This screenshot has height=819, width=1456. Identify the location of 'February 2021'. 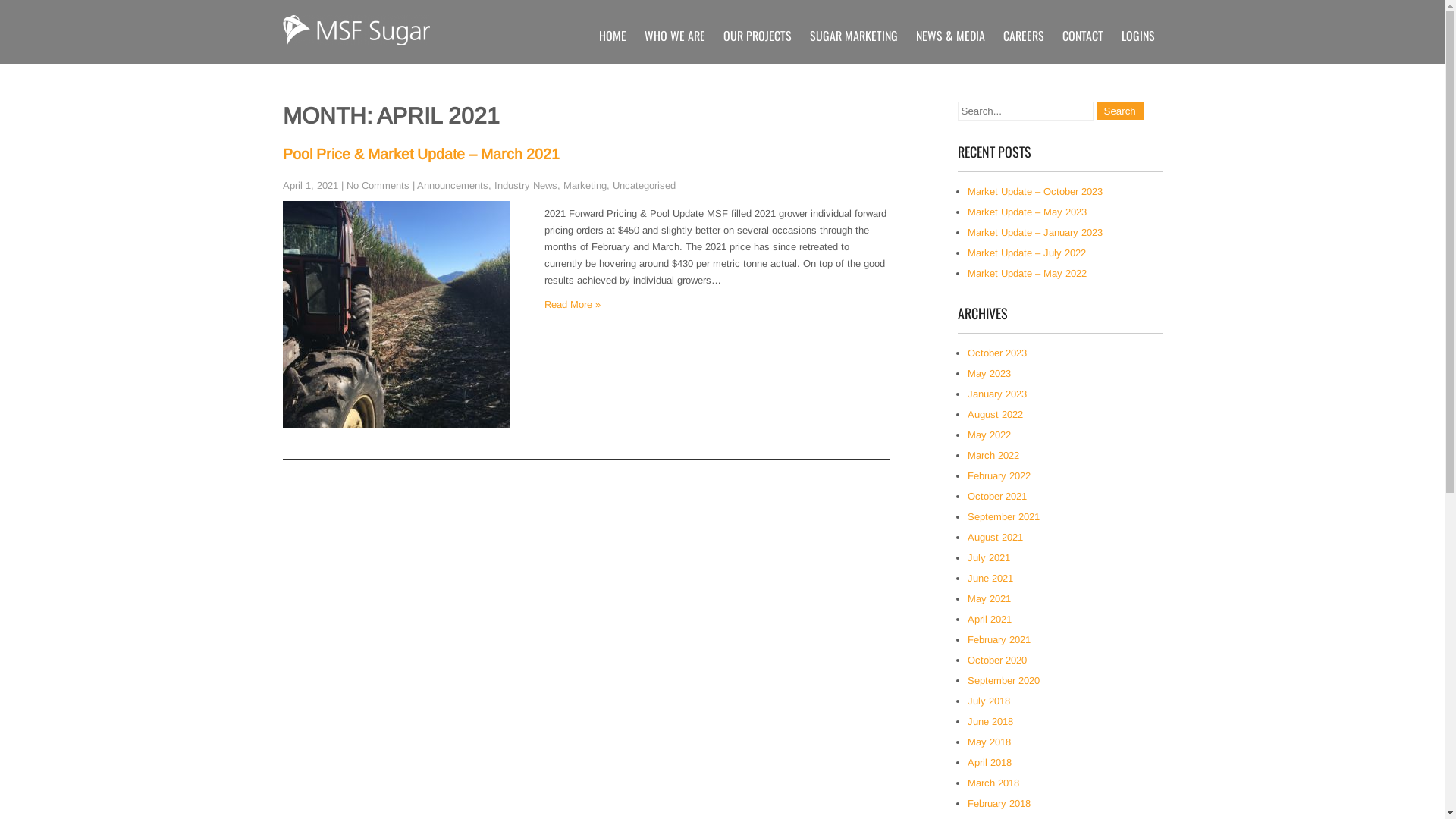
(967, 639).